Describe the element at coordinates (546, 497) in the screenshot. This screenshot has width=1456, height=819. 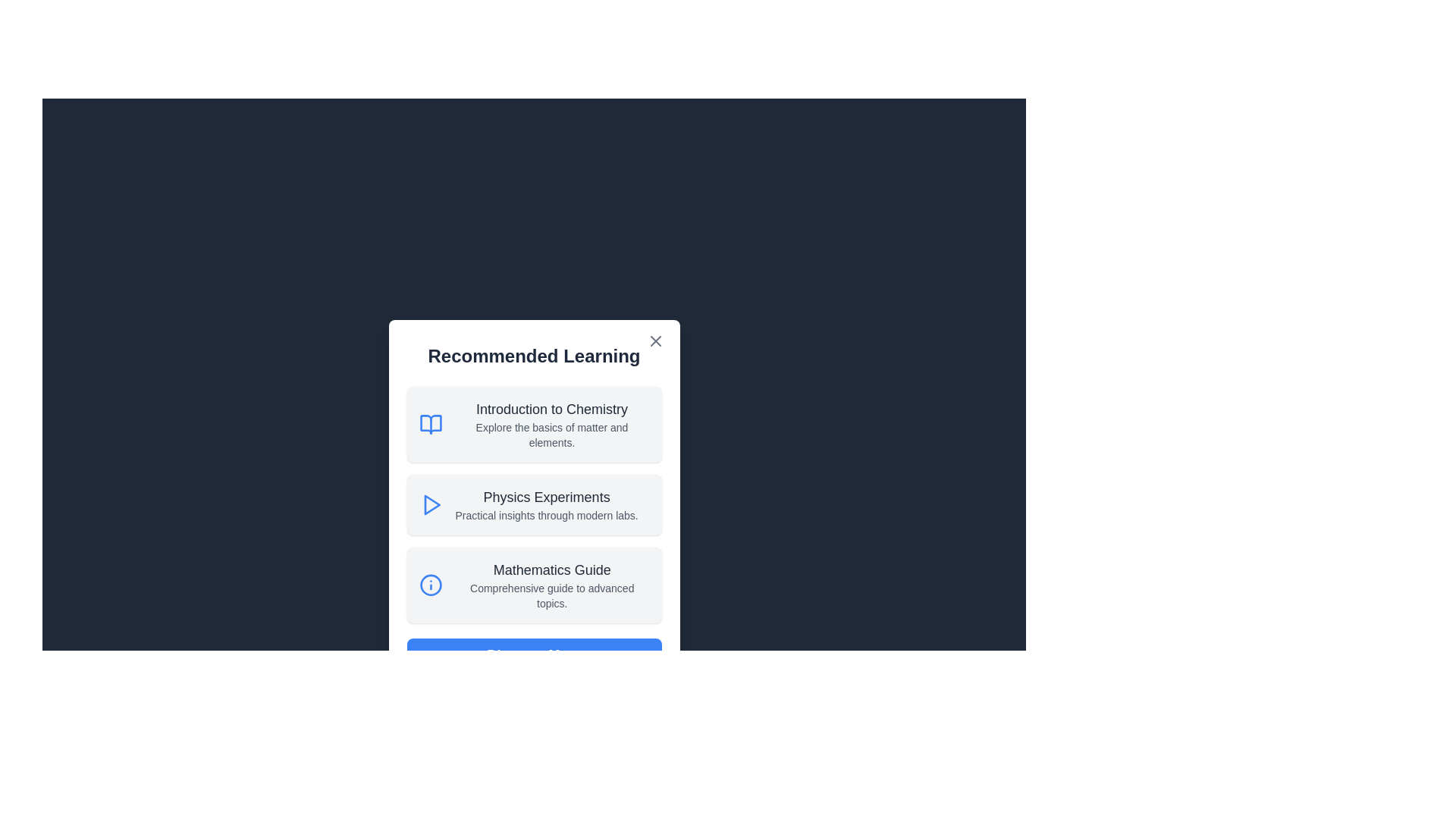
I see `the Text label that serves as a title for 'Physics Experiments' in the 'Recommended Learning' modal` at that location.